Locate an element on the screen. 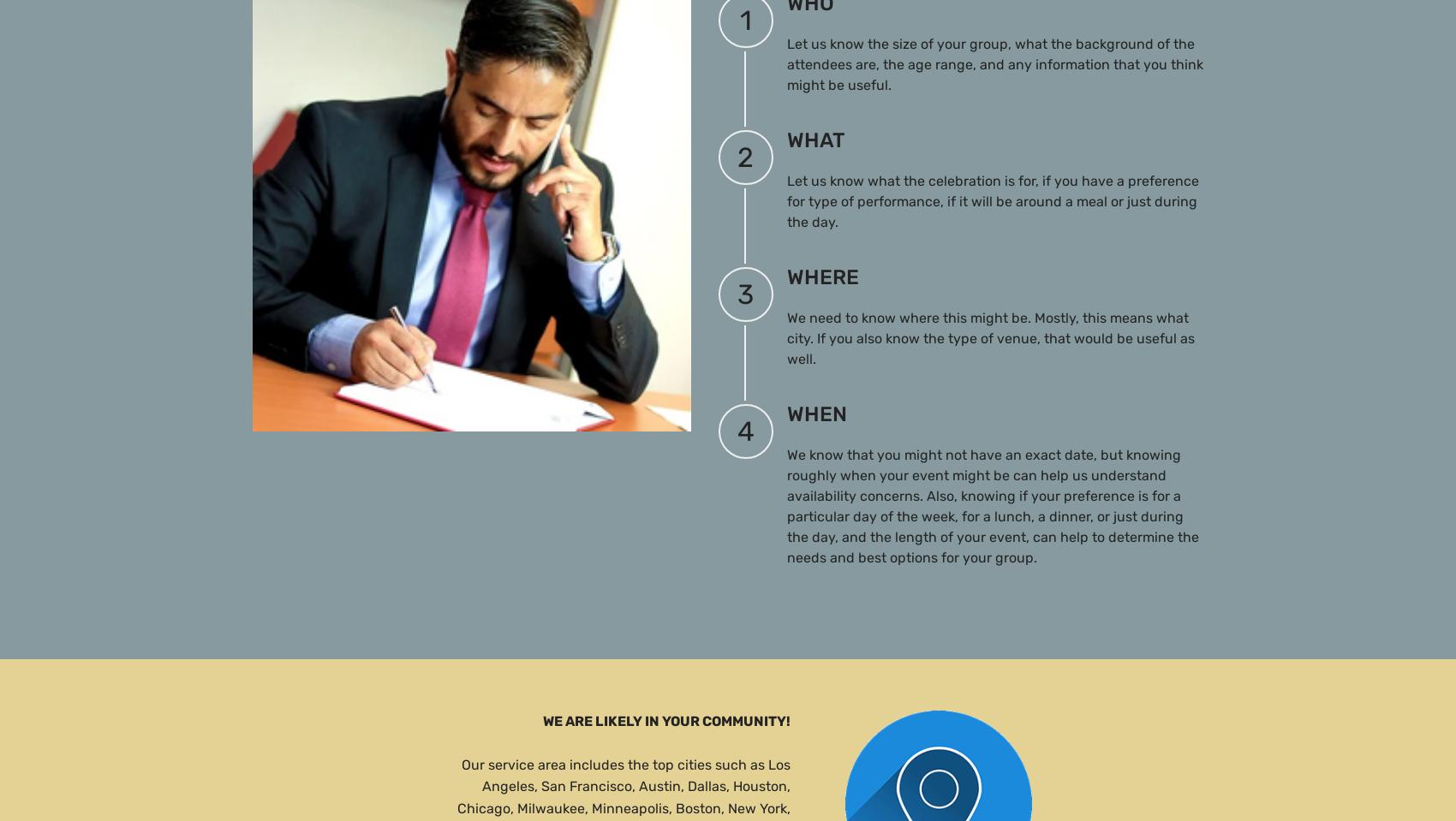 The width and height of the screenshot is (1456, 821). 'Let us know what the celebration is for, if you have a preference for type of performance, if it will be around a meal or just during the day.' is located at coordinates (992, 200).